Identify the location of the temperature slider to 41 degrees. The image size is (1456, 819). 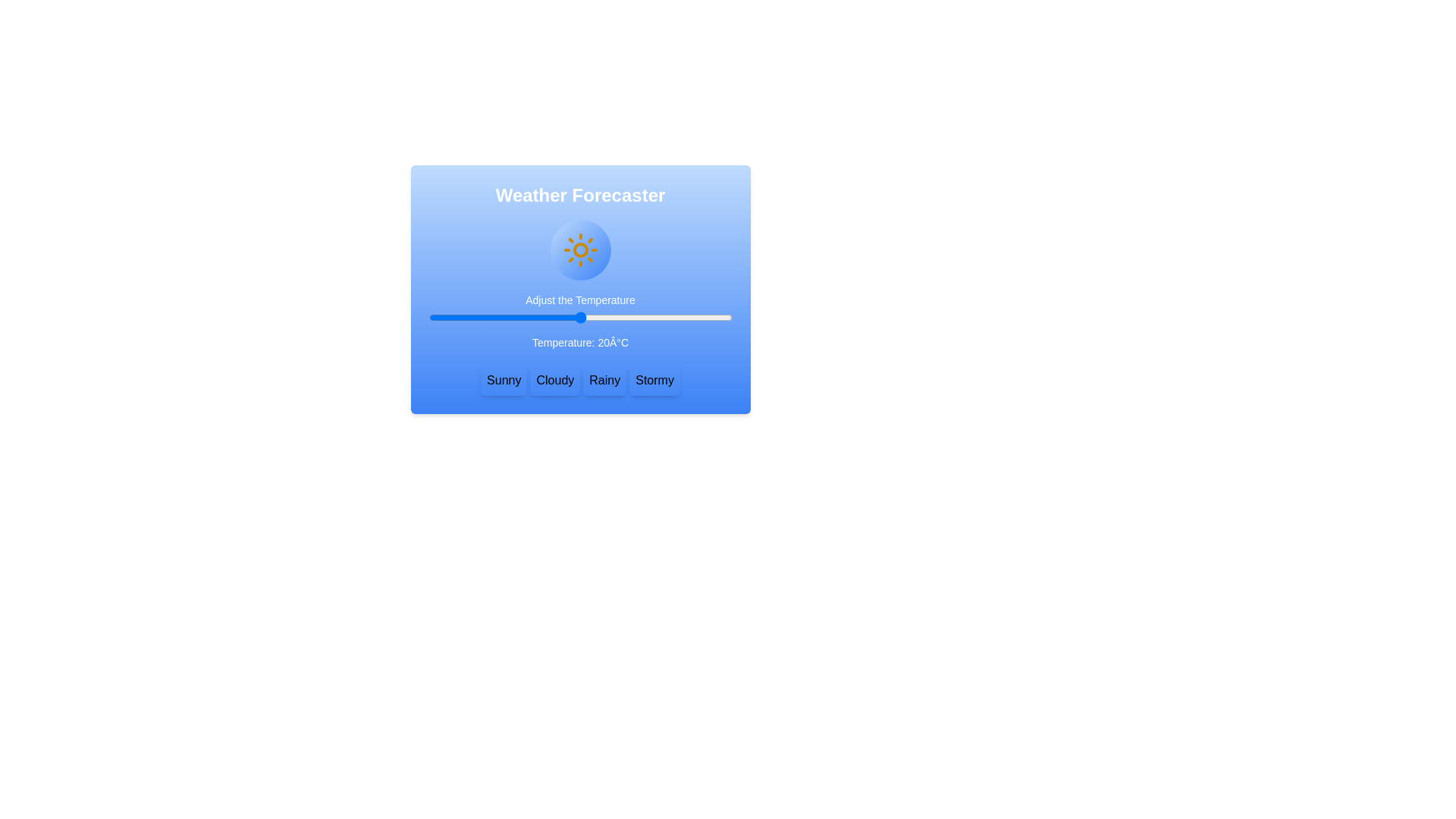
(686, 317).